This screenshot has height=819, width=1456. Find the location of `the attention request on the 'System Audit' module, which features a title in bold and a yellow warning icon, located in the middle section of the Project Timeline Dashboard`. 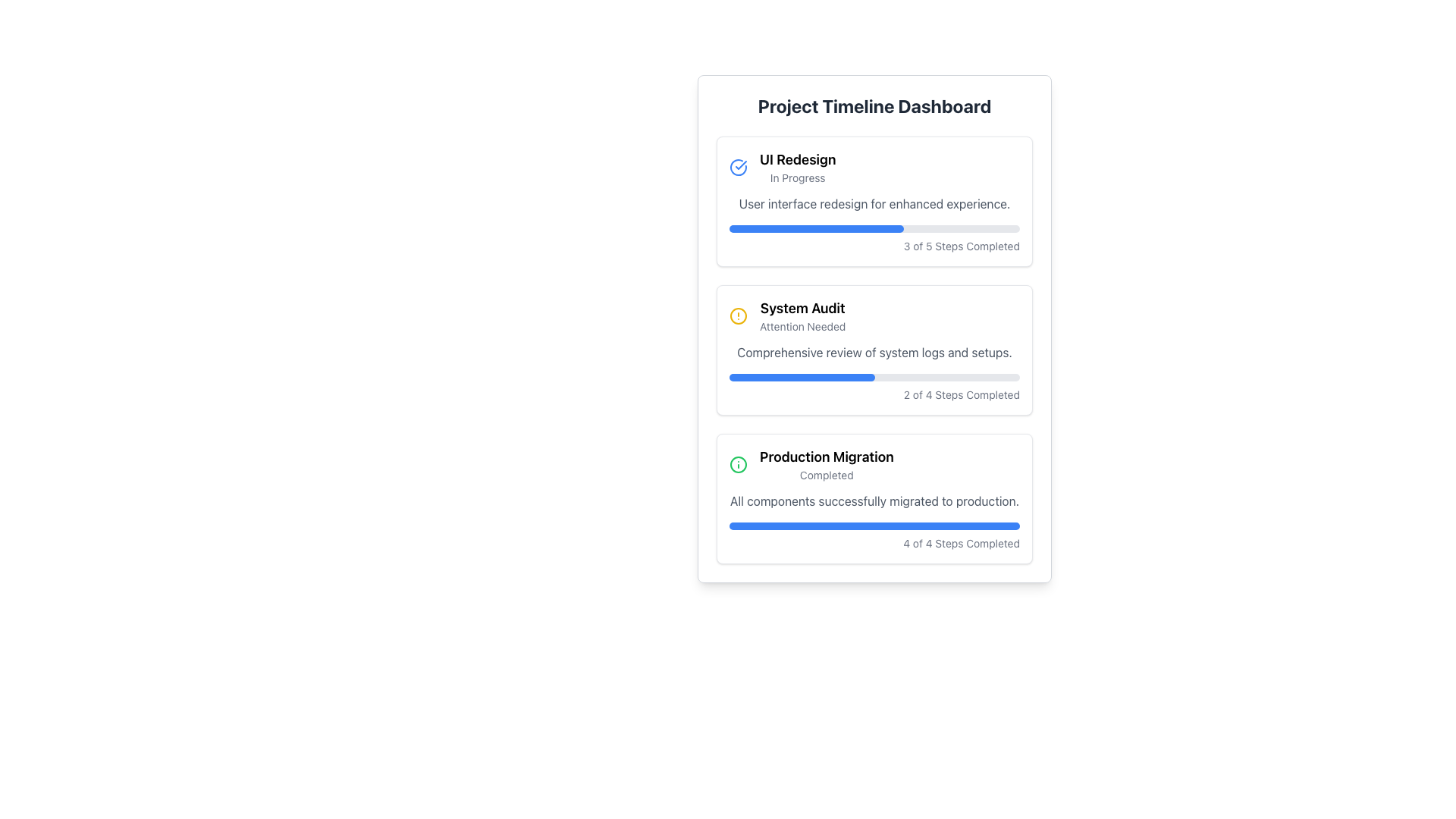

the attention request on the 'System Audit' module, which features a title in bold and a yellow warning icon, located in the middle section of the Project Timeline Dashboard is located at coordinates (874, 350).